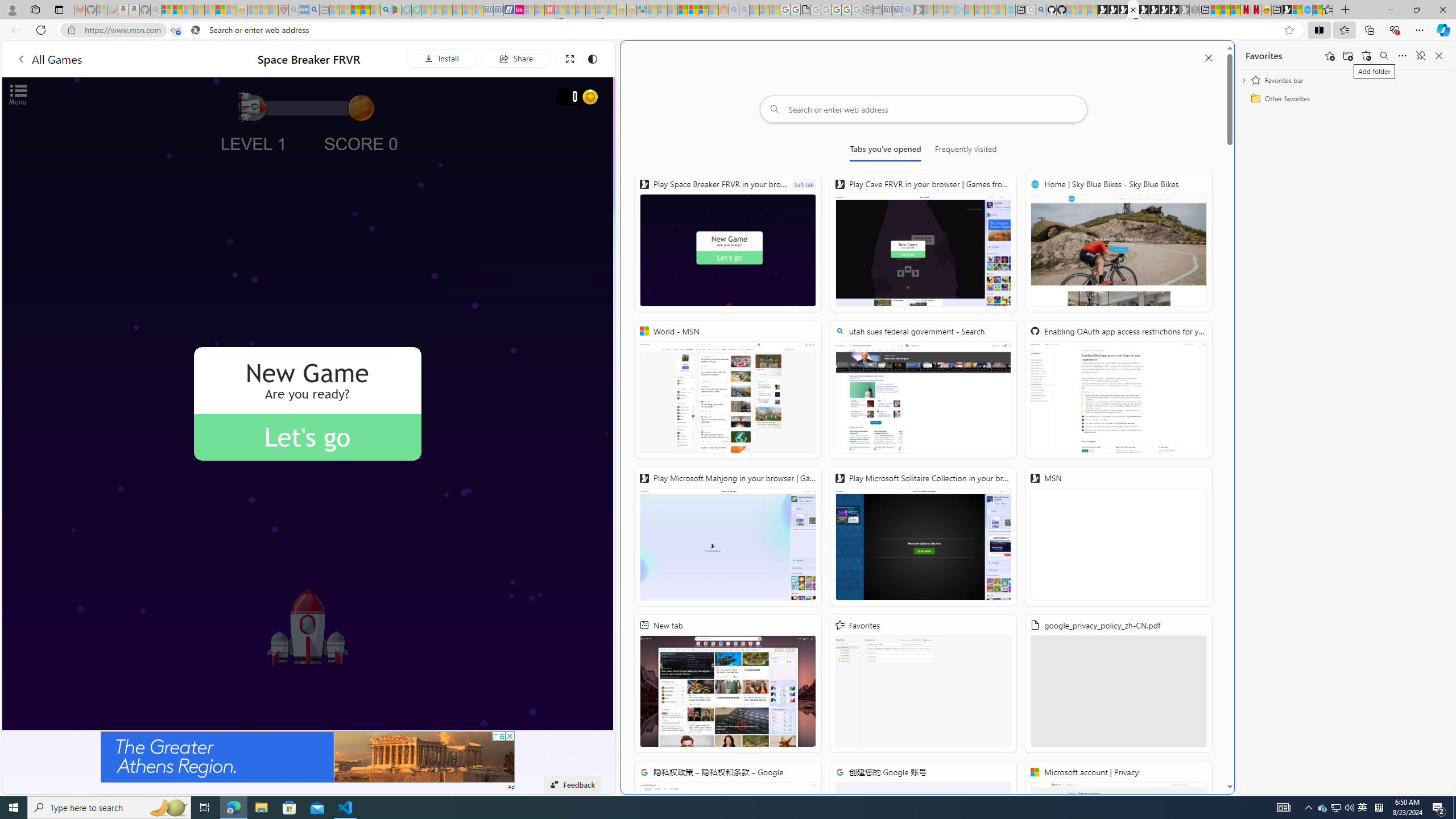 The width and height of the screenshot is (1456, 819). I want to click on 'Tabs you', so click(886, 151).